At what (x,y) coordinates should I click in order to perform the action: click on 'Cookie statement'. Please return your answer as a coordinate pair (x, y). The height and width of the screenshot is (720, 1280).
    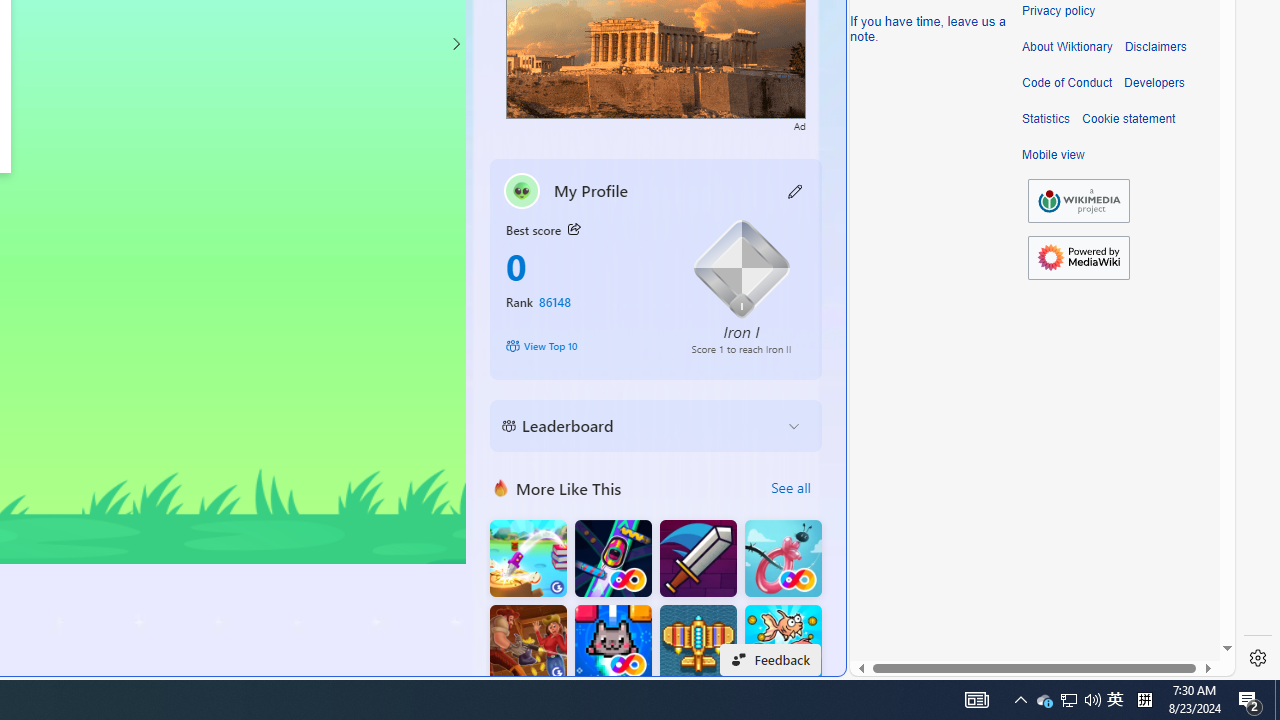
    Looking at the image, I should click on (1128, 119).